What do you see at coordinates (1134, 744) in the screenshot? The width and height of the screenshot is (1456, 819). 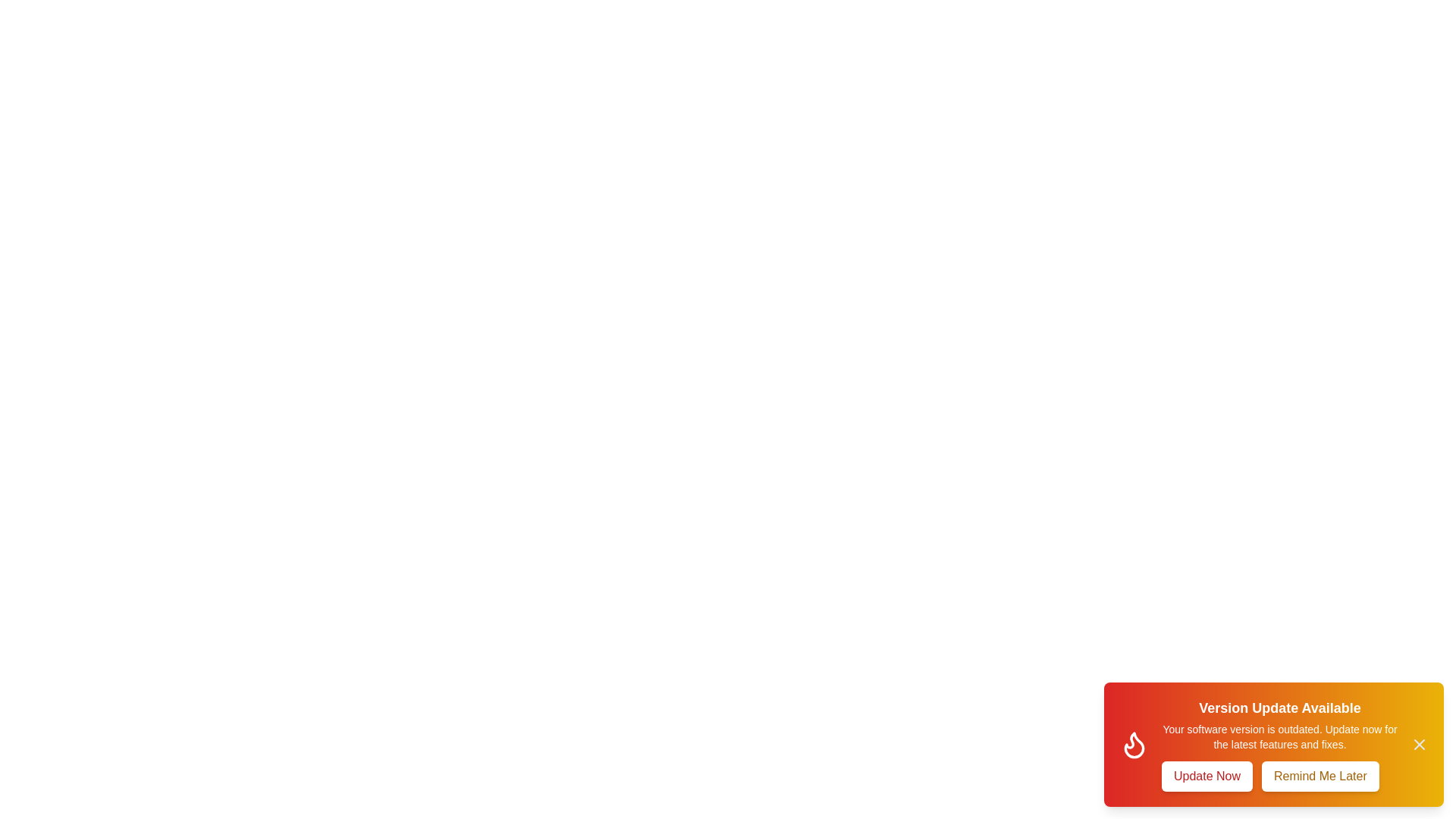 I see `the flame icon to focus on it` at bounding box center [1134, 744].